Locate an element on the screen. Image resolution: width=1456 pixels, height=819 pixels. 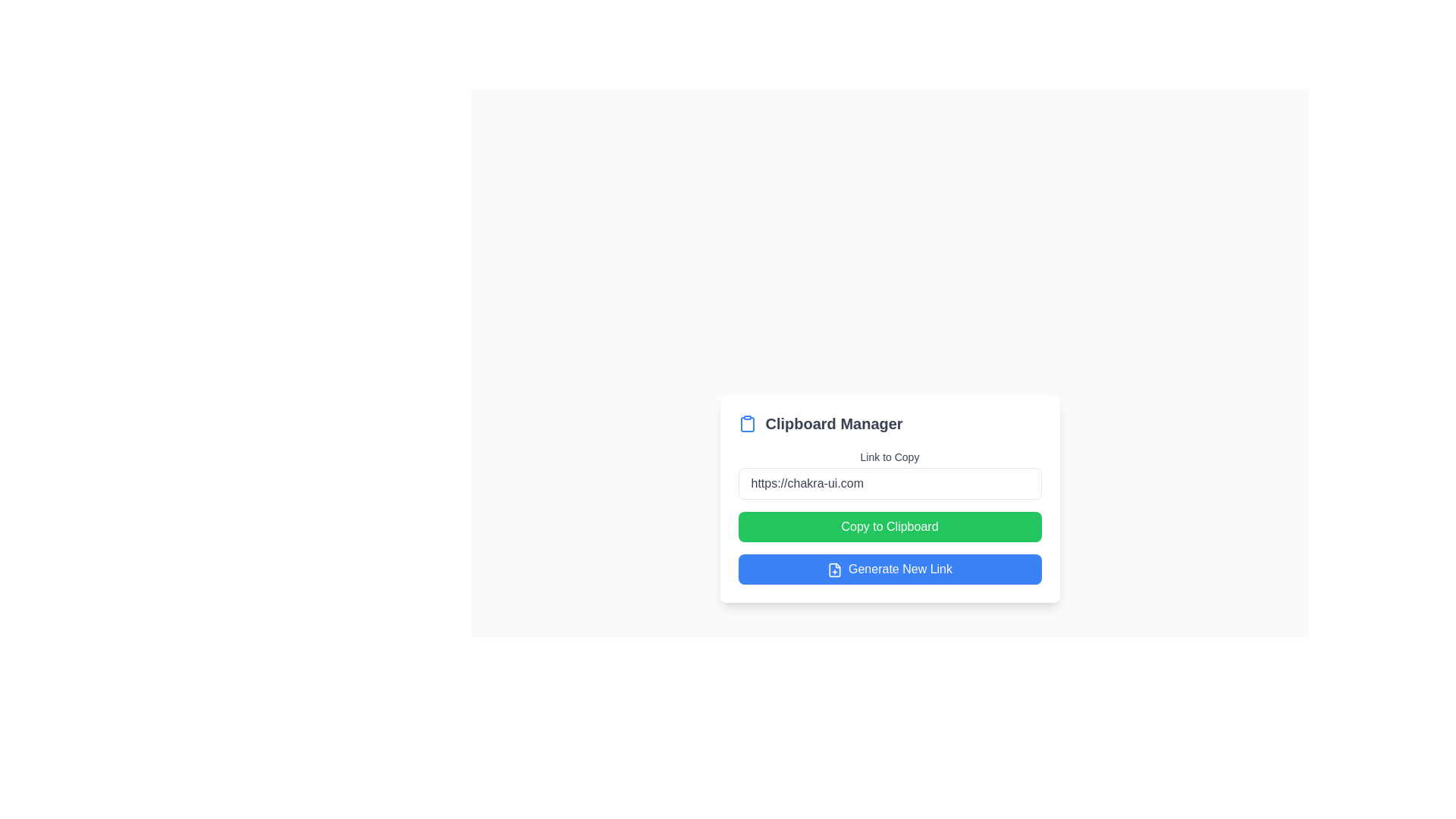
the main body of the clipboard icon, which is part of the clipboard icon set located to the left of the 'Clipboard Manager' label is located at coordinates (747, 424).